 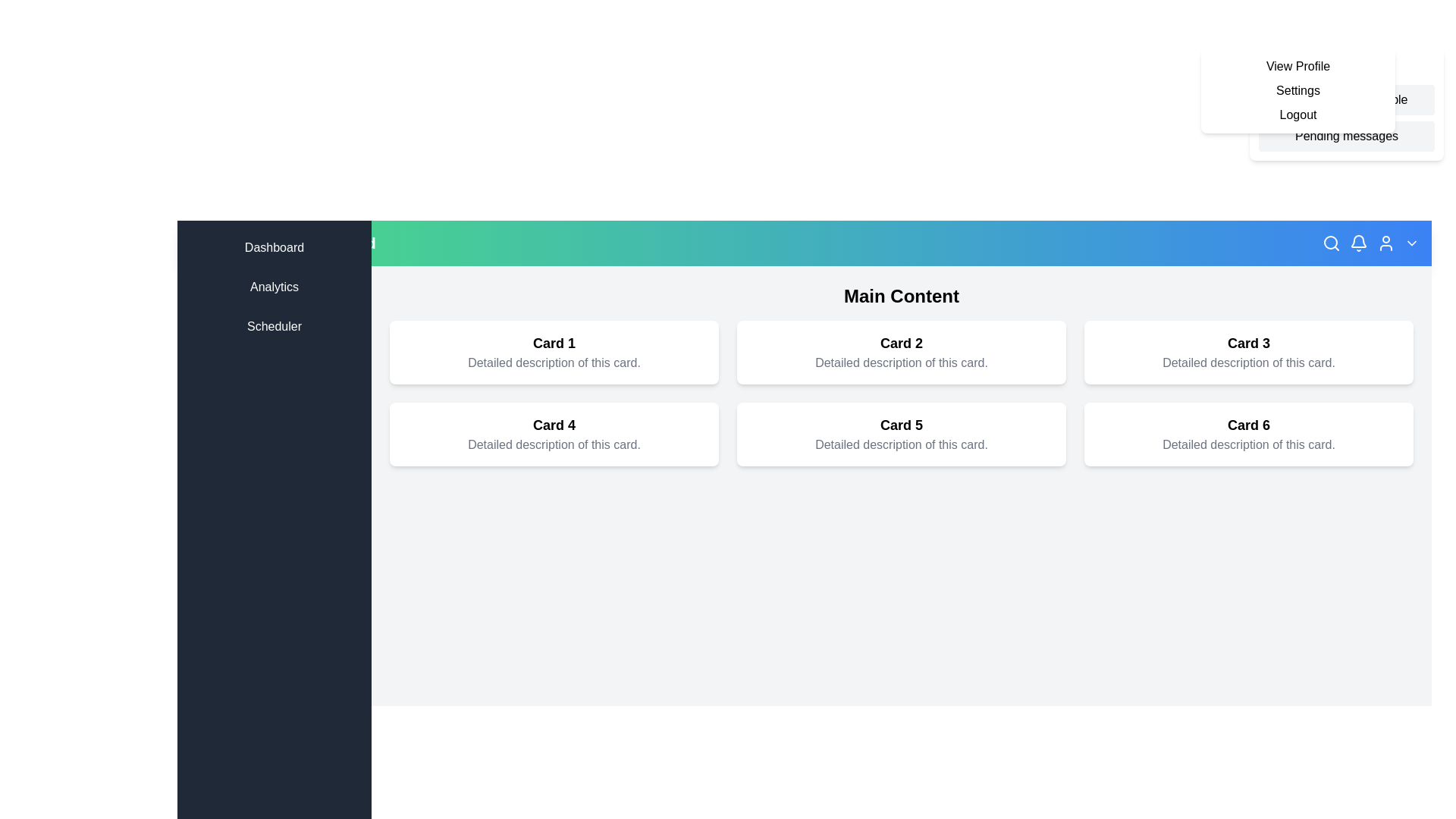 I want to click on the text element that displays 'Detailed description of this card.' located in 'Card 1', below the title and centrally aligned, so click(x=553, y=362).